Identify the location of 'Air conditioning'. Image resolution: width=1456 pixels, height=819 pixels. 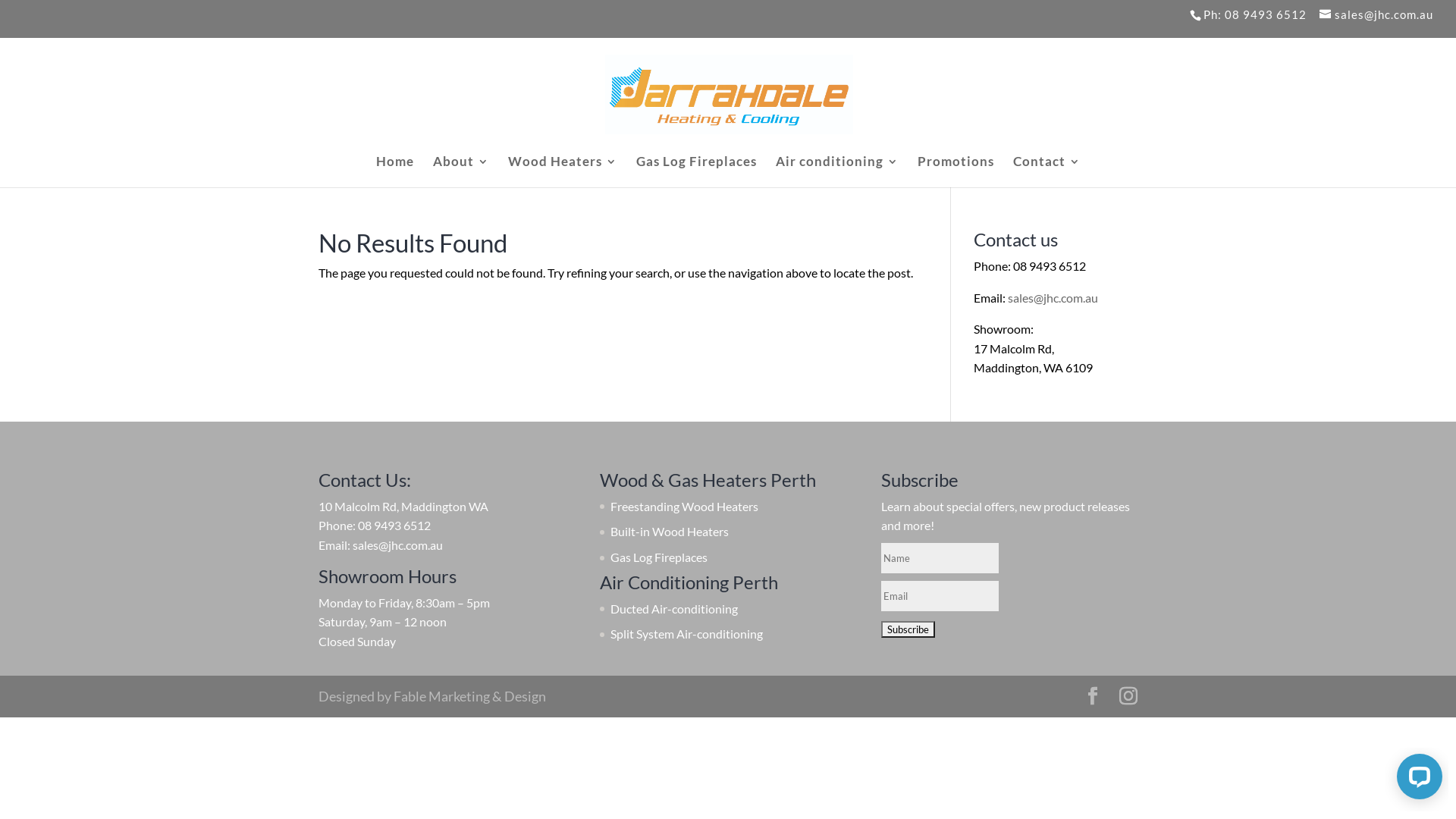
(836, 171).